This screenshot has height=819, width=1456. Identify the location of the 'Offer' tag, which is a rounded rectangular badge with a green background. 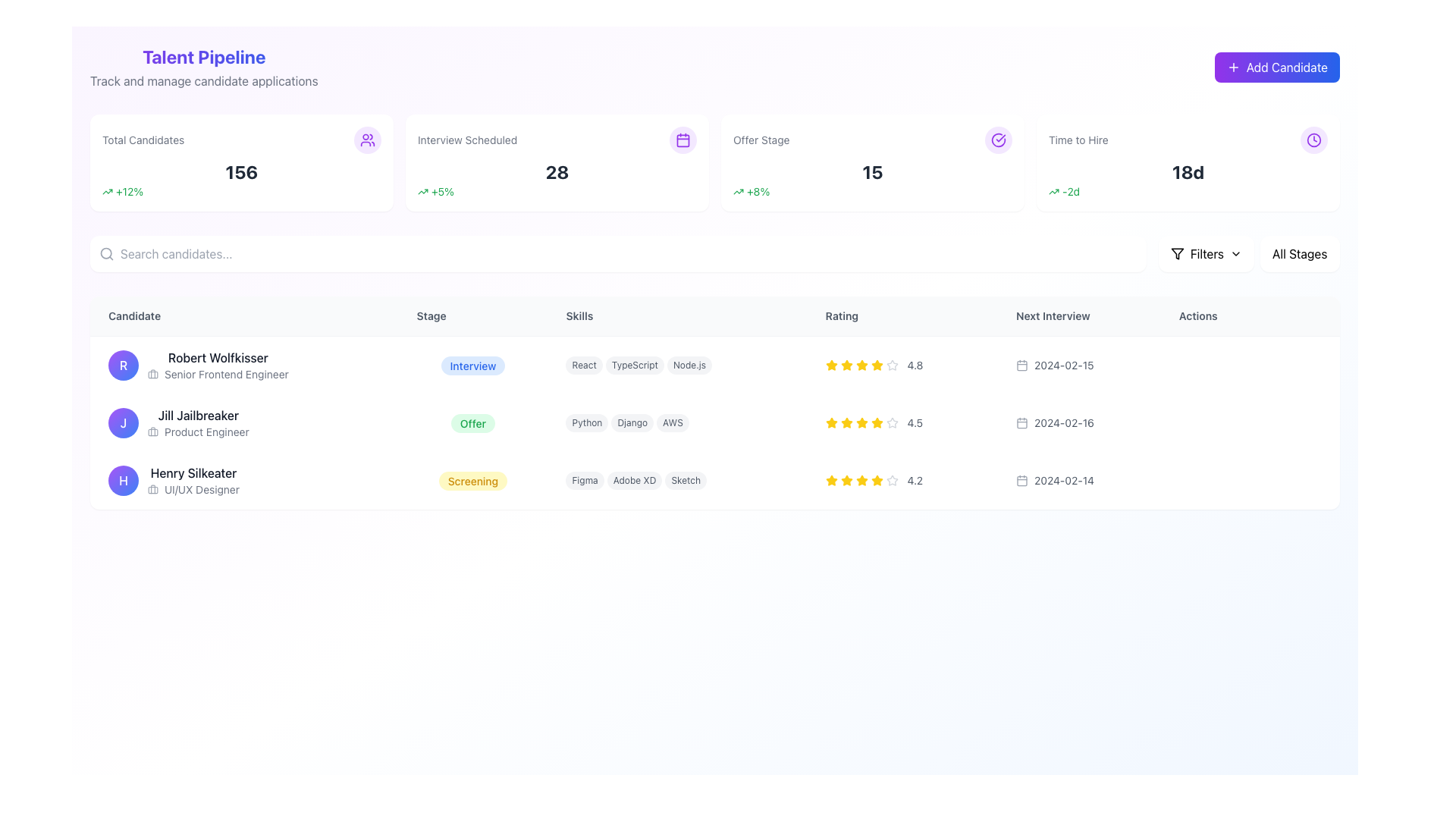
(472, 423).